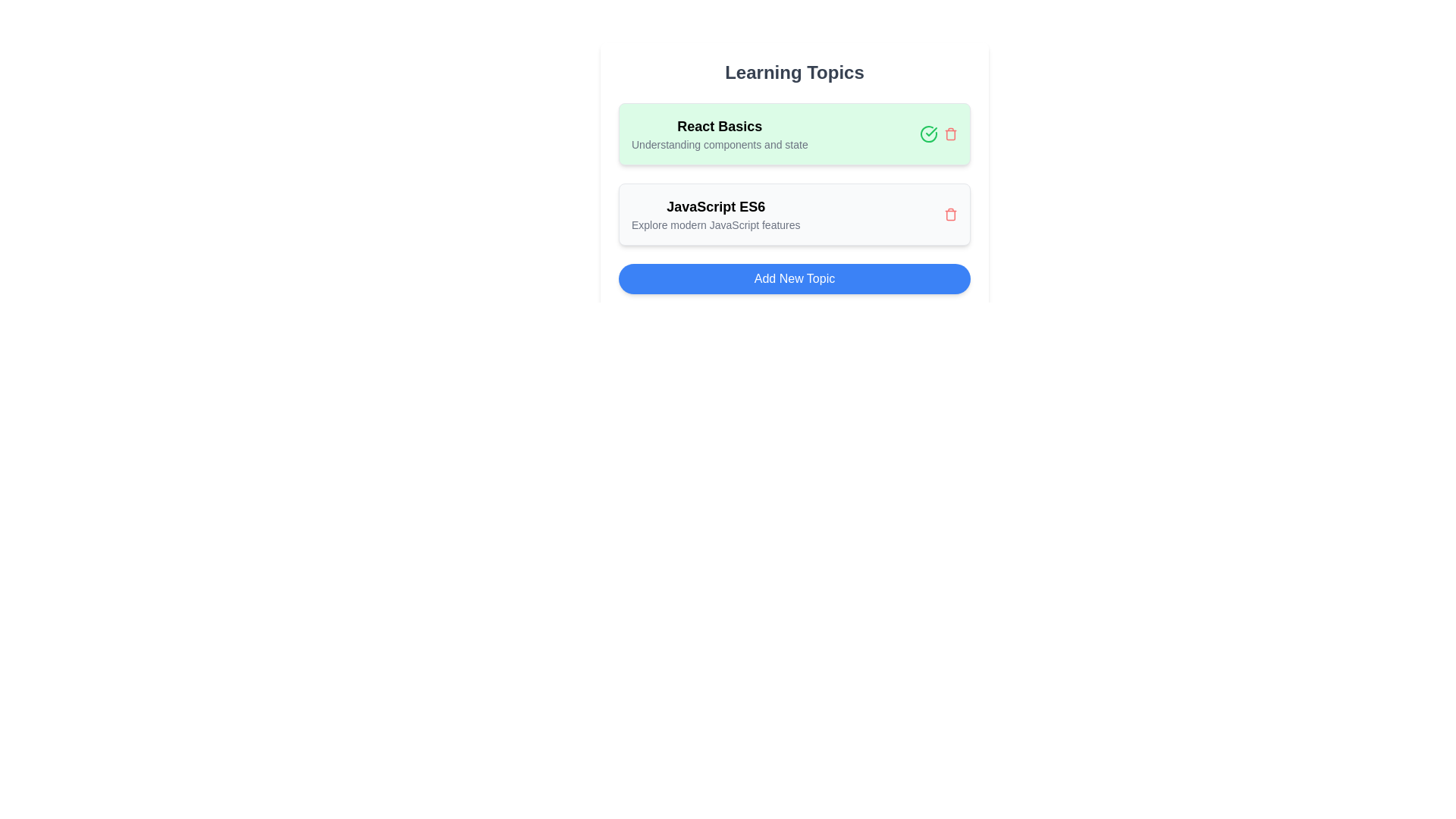 This screenshot has width=1456, height=819. Describe the element at coordinates (949, 214) in the screenshot. I see `the trash icon to delete the topic titled 'JavaScript ES6'` at that location.